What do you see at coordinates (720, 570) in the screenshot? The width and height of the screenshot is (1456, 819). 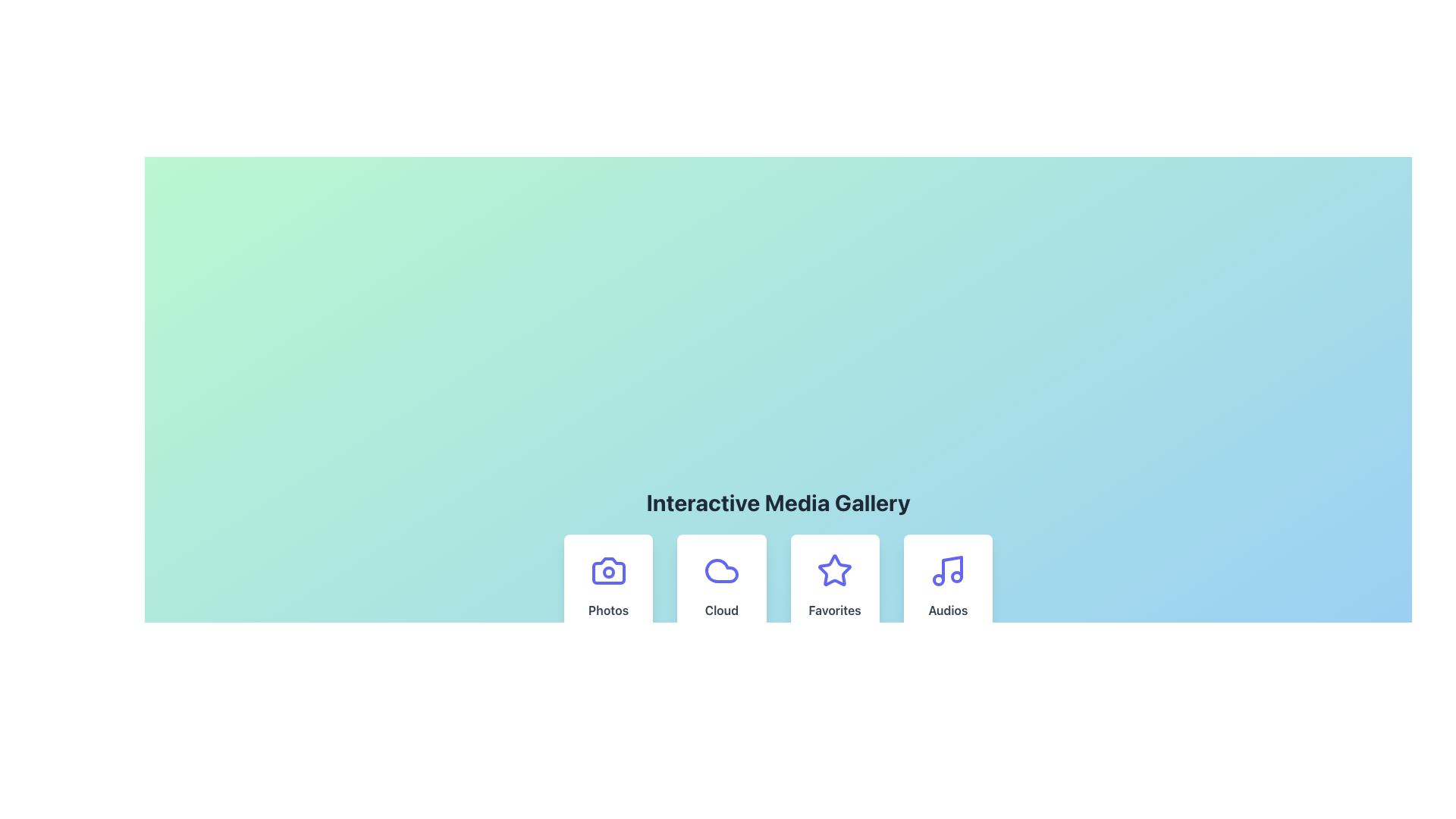 I see `the stylized blue cloud-shaped icon centered above the label 'Cloud' in the 'Interactive Media Gallery' section` at bounding box center [720, 570].